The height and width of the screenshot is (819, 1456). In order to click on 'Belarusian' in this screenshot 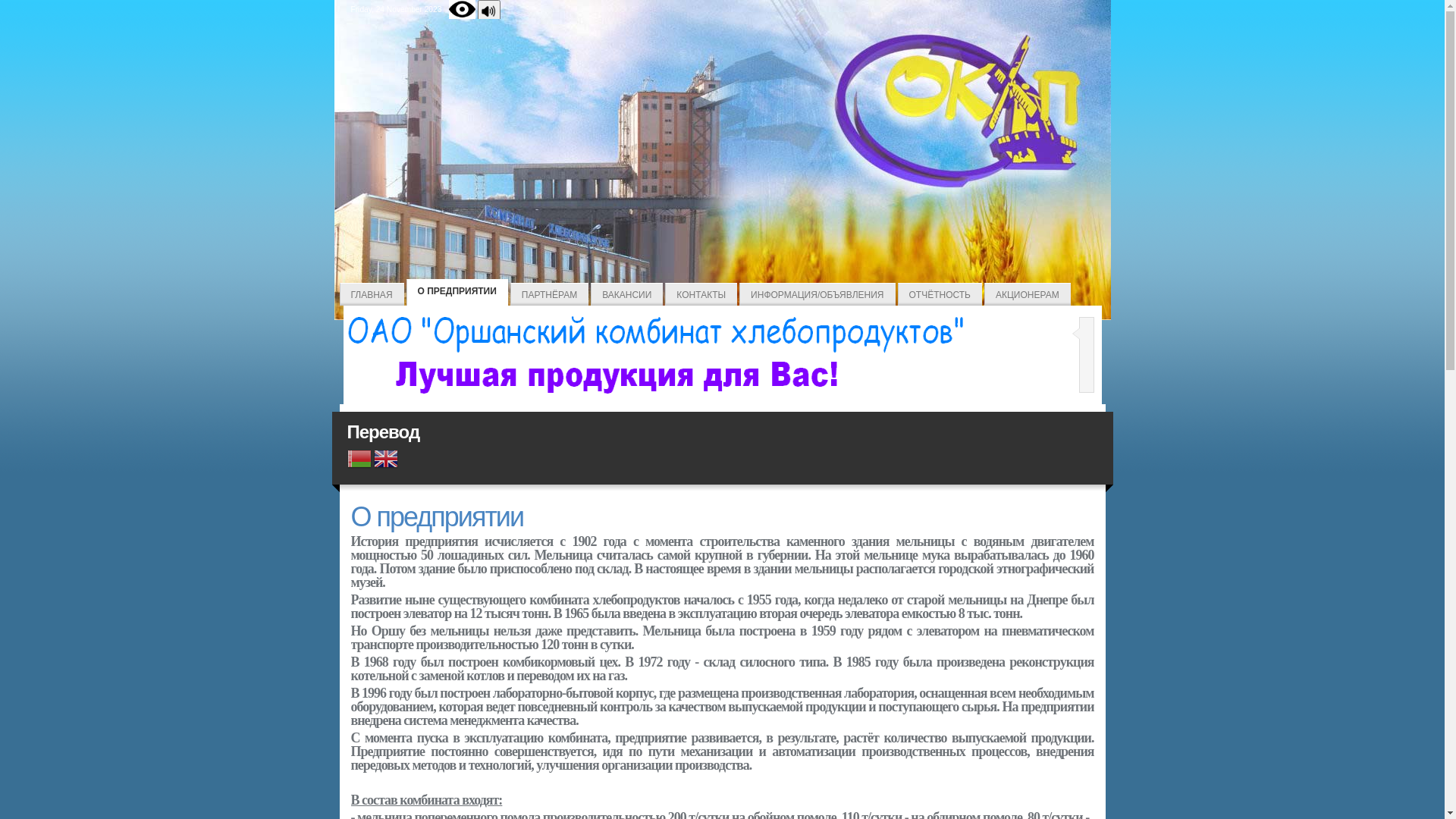, I will do `click(359, 460)`.